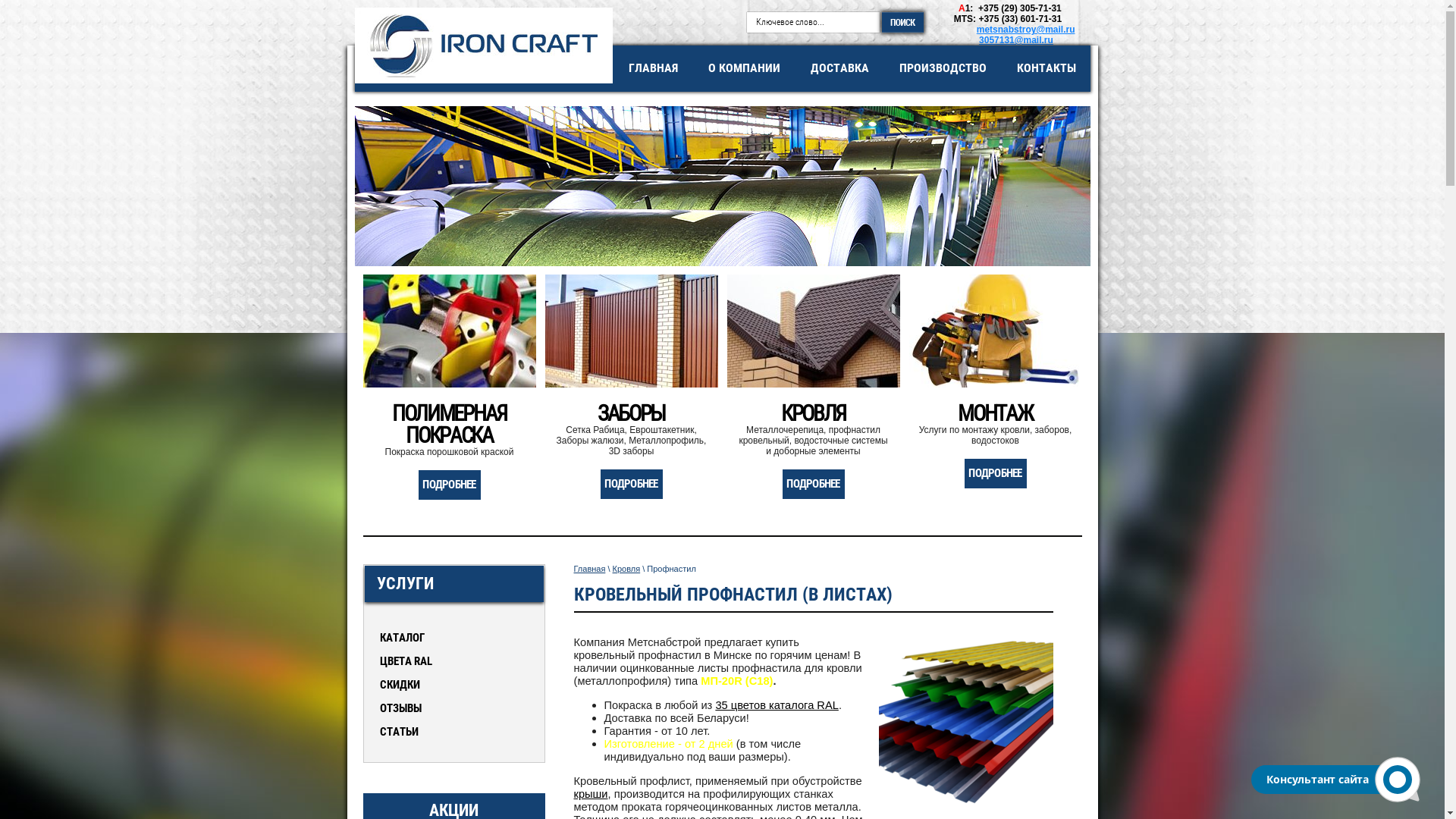  What do you see at coordinates (1026, 29) in the screenshot?
I see `'metsnabstroy@mail.ru'` at bounding box center [1026, 29].